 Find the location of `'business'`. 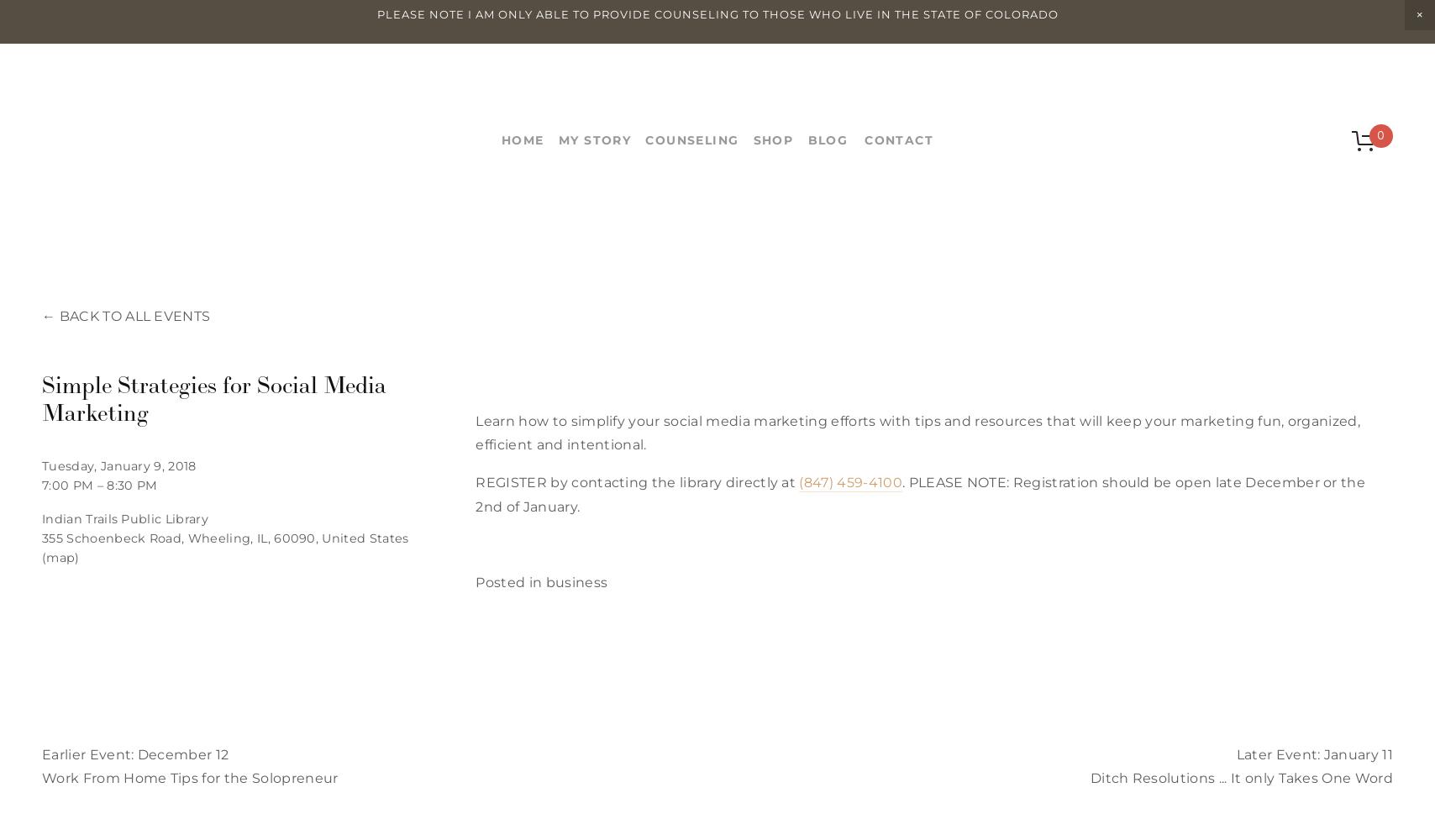

'business' is located at coordinates (576, 580).